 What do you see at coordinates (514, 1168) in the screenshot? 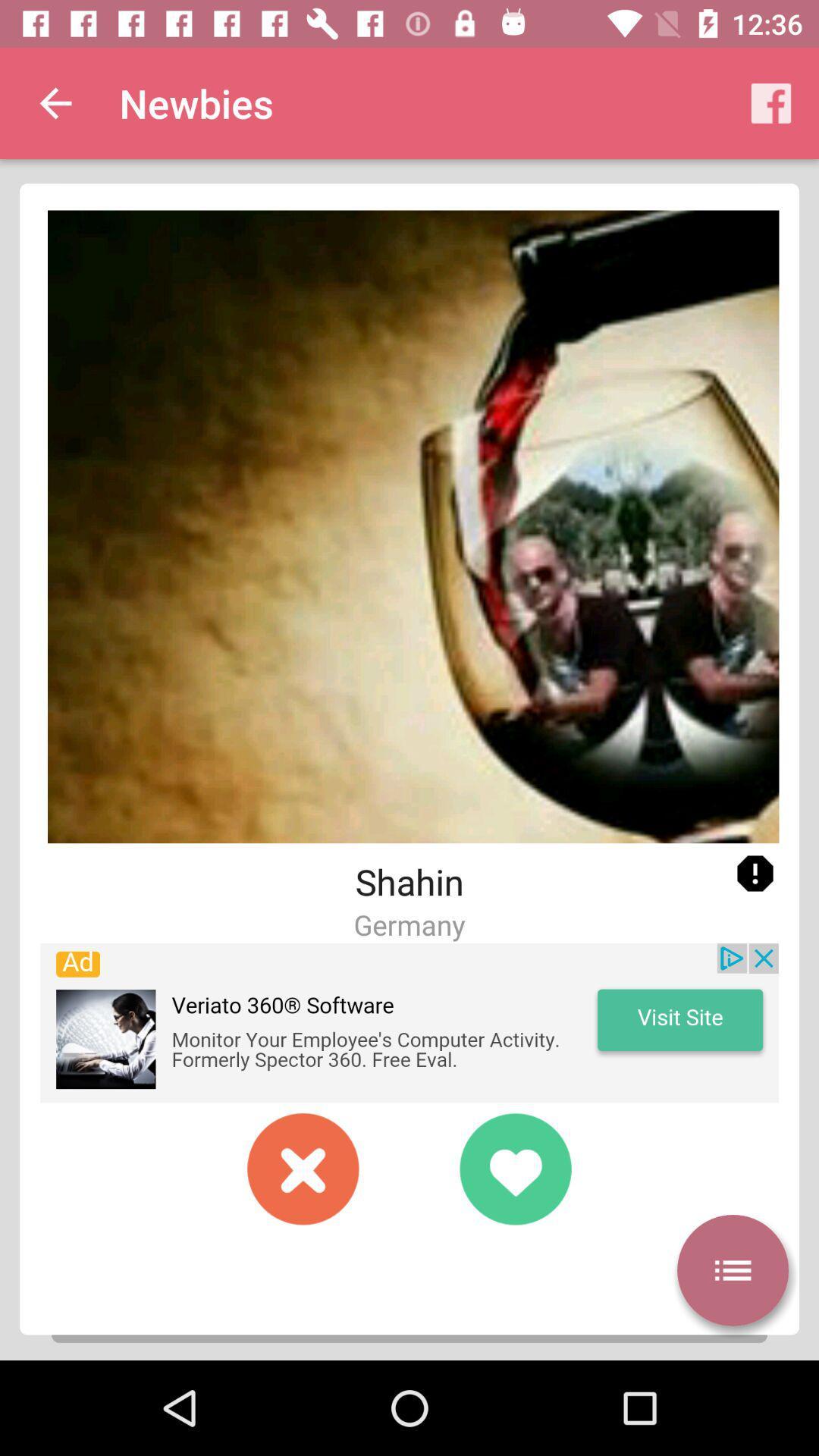
I see `favorite option` at bounding box center [514, 1168].